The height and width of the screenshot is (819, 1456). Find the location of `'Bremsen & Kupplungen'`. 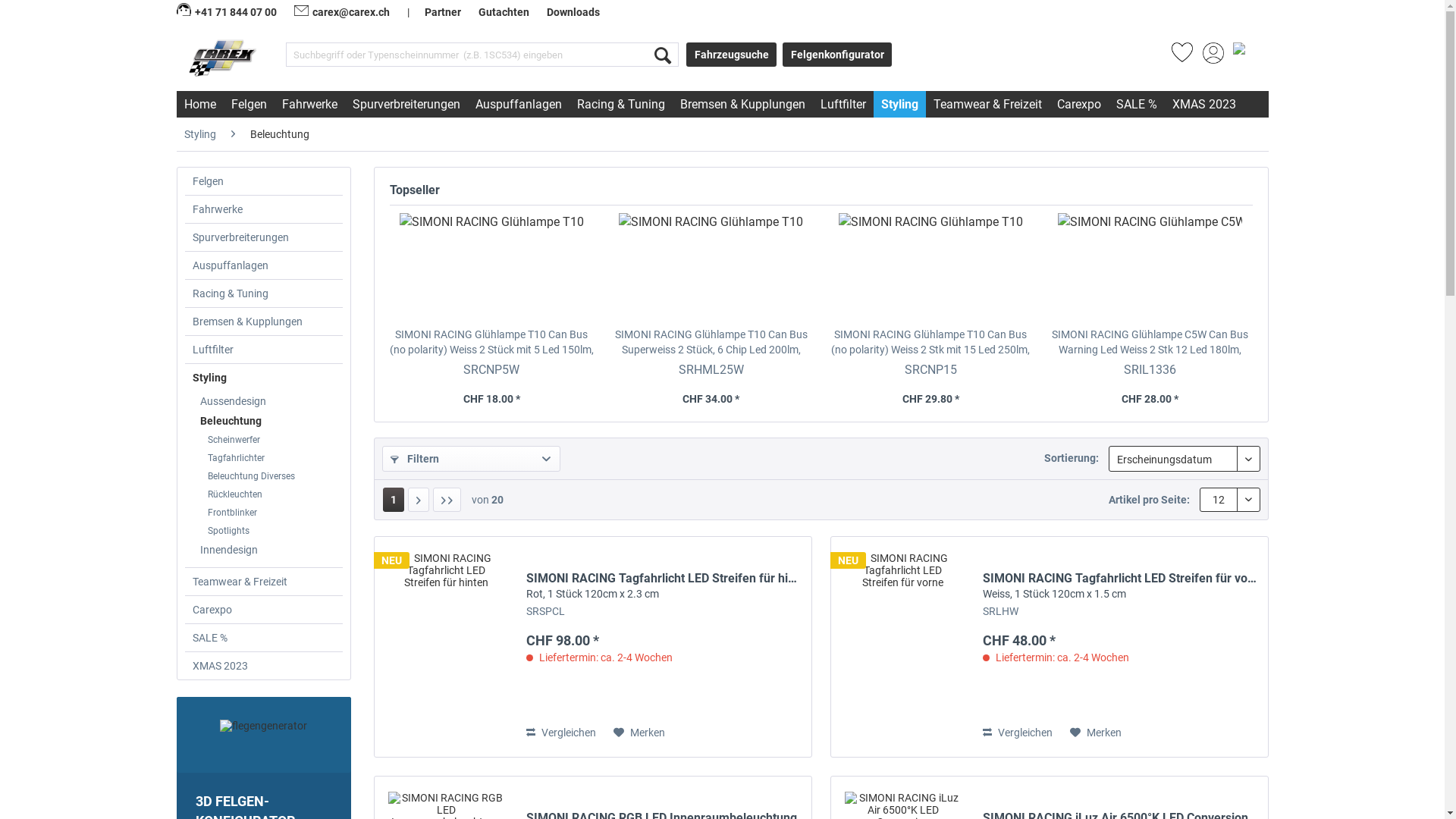

'Bremsen & Kupplungen' is located at coordinates (184, 321).